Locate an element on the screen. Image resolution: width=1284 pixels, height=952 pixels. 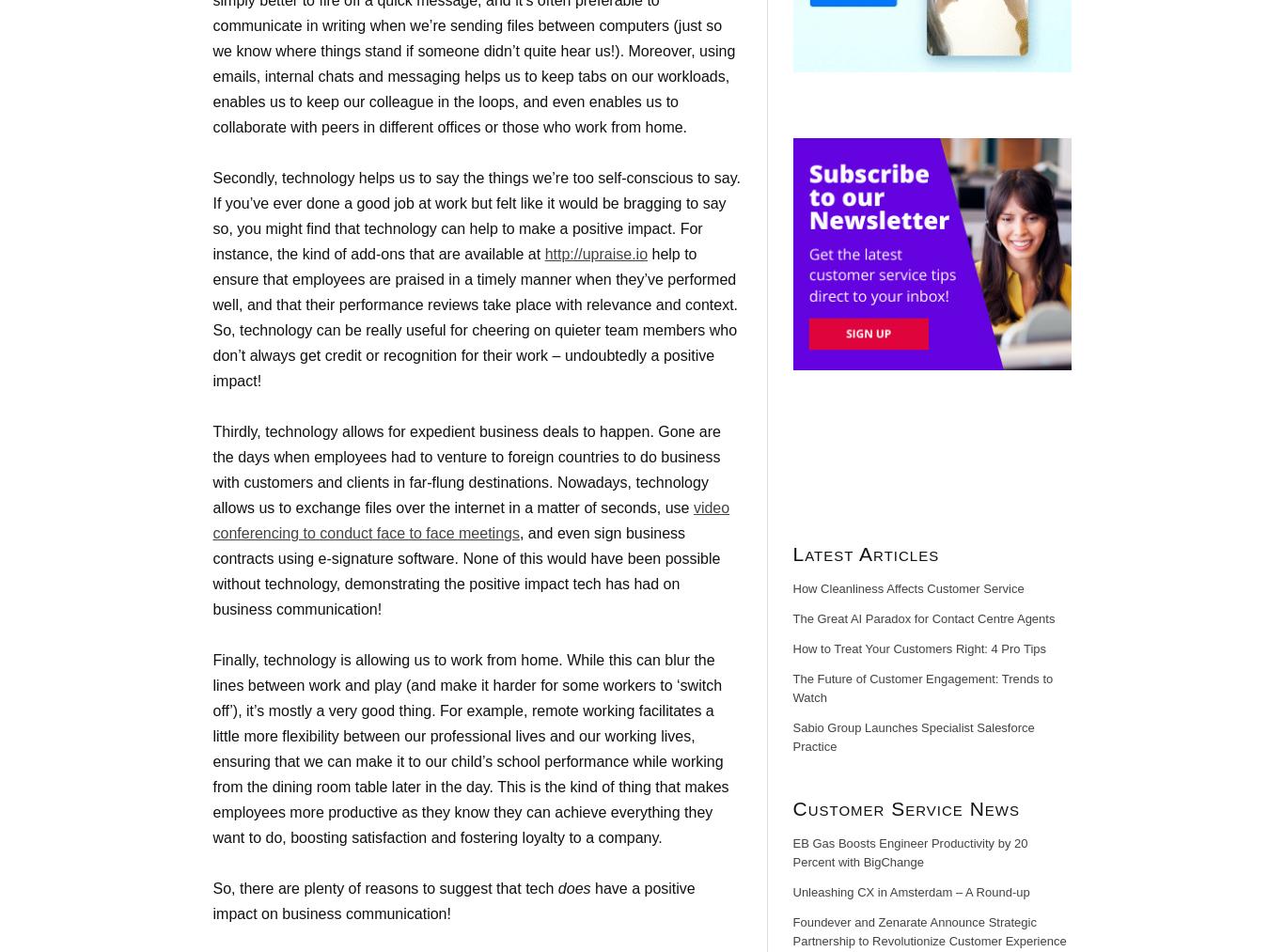
'Finally, technology is allowing us to work from home. While this can blur the lines between work and play (and make it harder for some workers to ‘switch off’), it’s mostly a very good thing. For example, remote working facilitates a little more flexibility between our professional lives and our working lives, ensuring that we can make it to our child’s school performance while working from the dining room table later in the day. This is the kind of thing that makes employees more productive as they know they can achieve everything they want to do, boosting satisfaction and fostering loyalty to a company.' is located at coordinates (470, 749).